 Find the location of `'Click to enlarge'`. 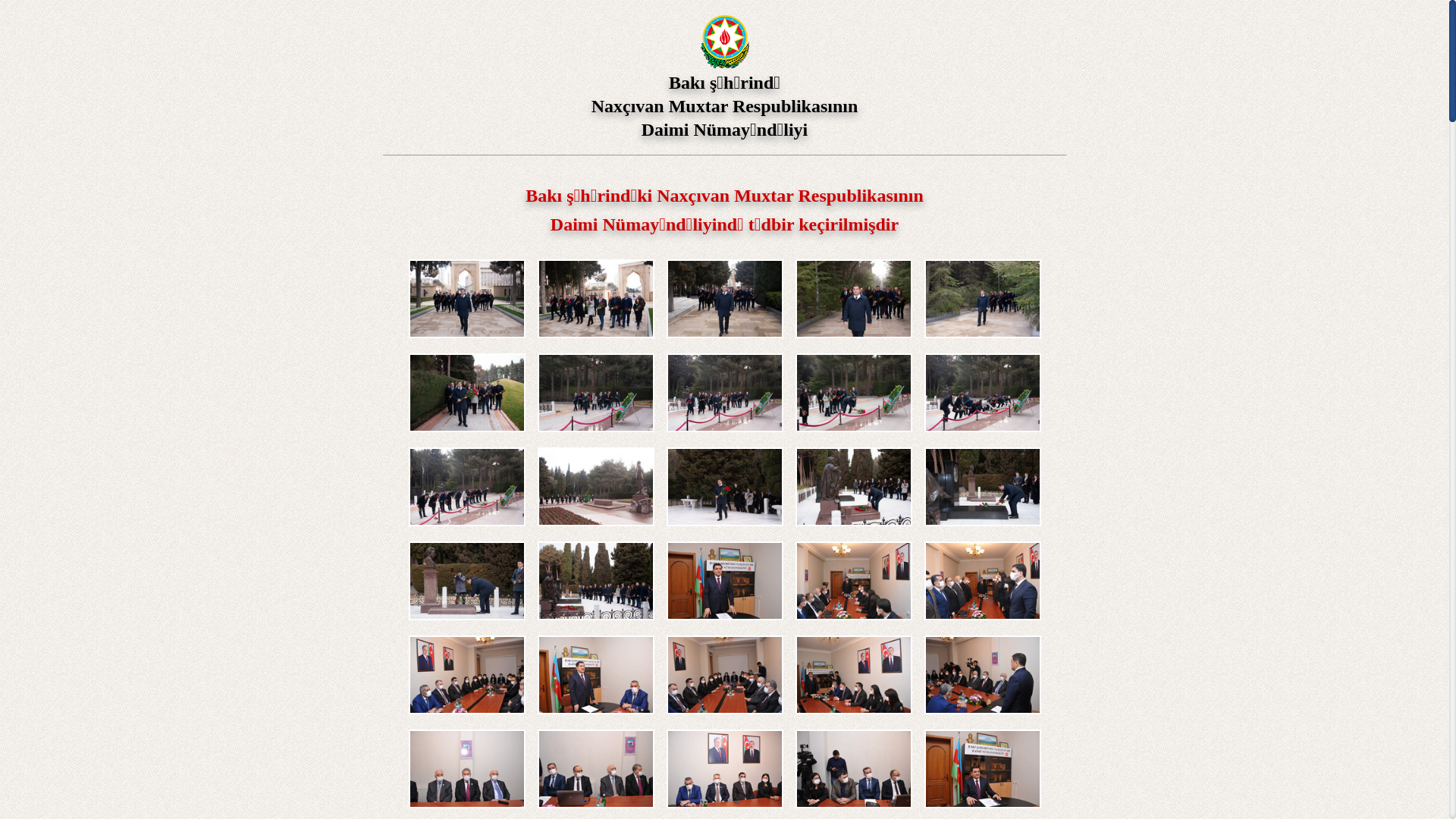

'Click to enlarge' is located at coordinates (407, 391).